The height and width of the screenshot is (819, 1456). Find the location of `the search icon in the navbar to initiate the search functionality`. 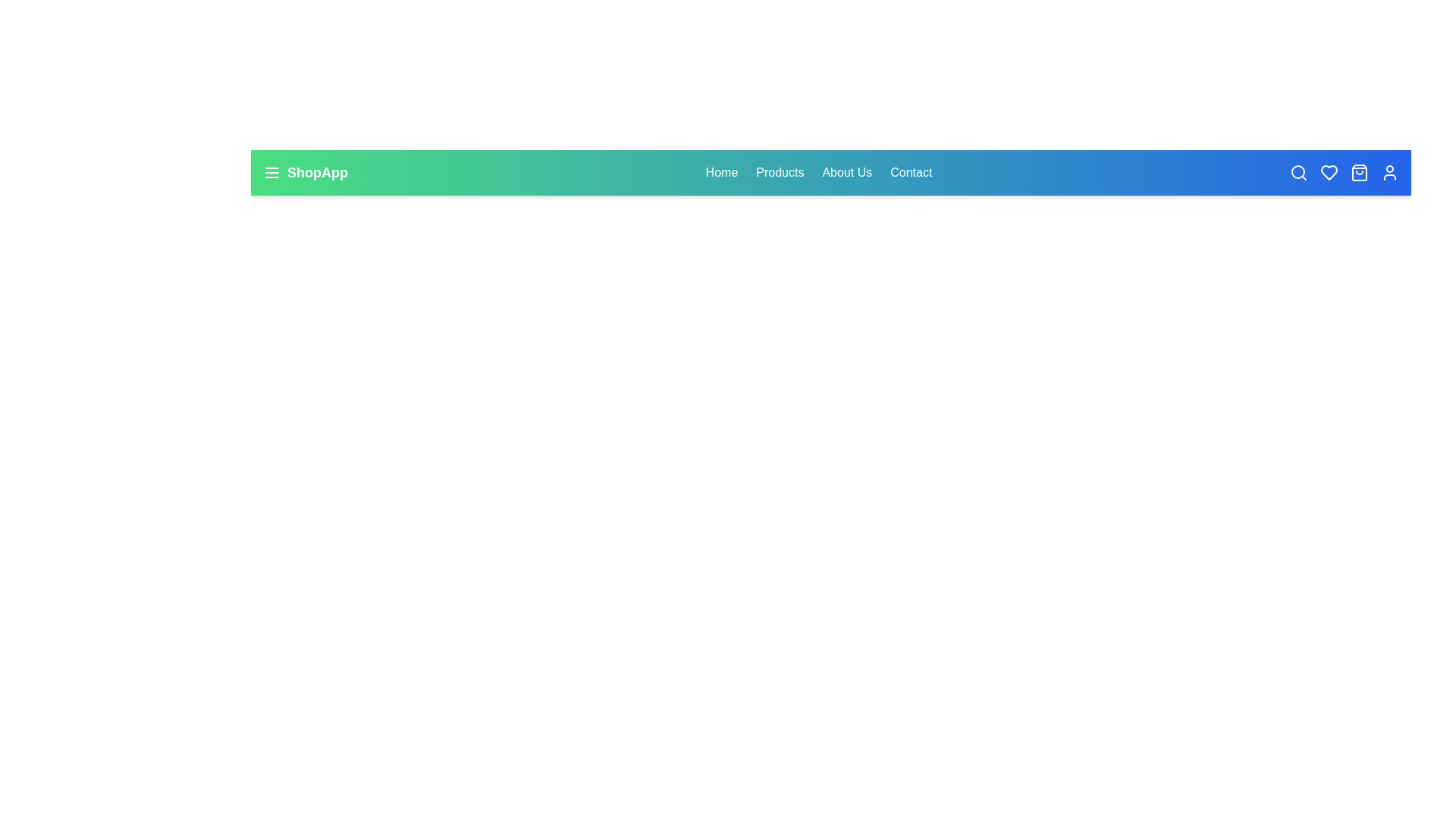

the search icon in the navbar to initiate the search functionality is located at coordinates (1298, 171).